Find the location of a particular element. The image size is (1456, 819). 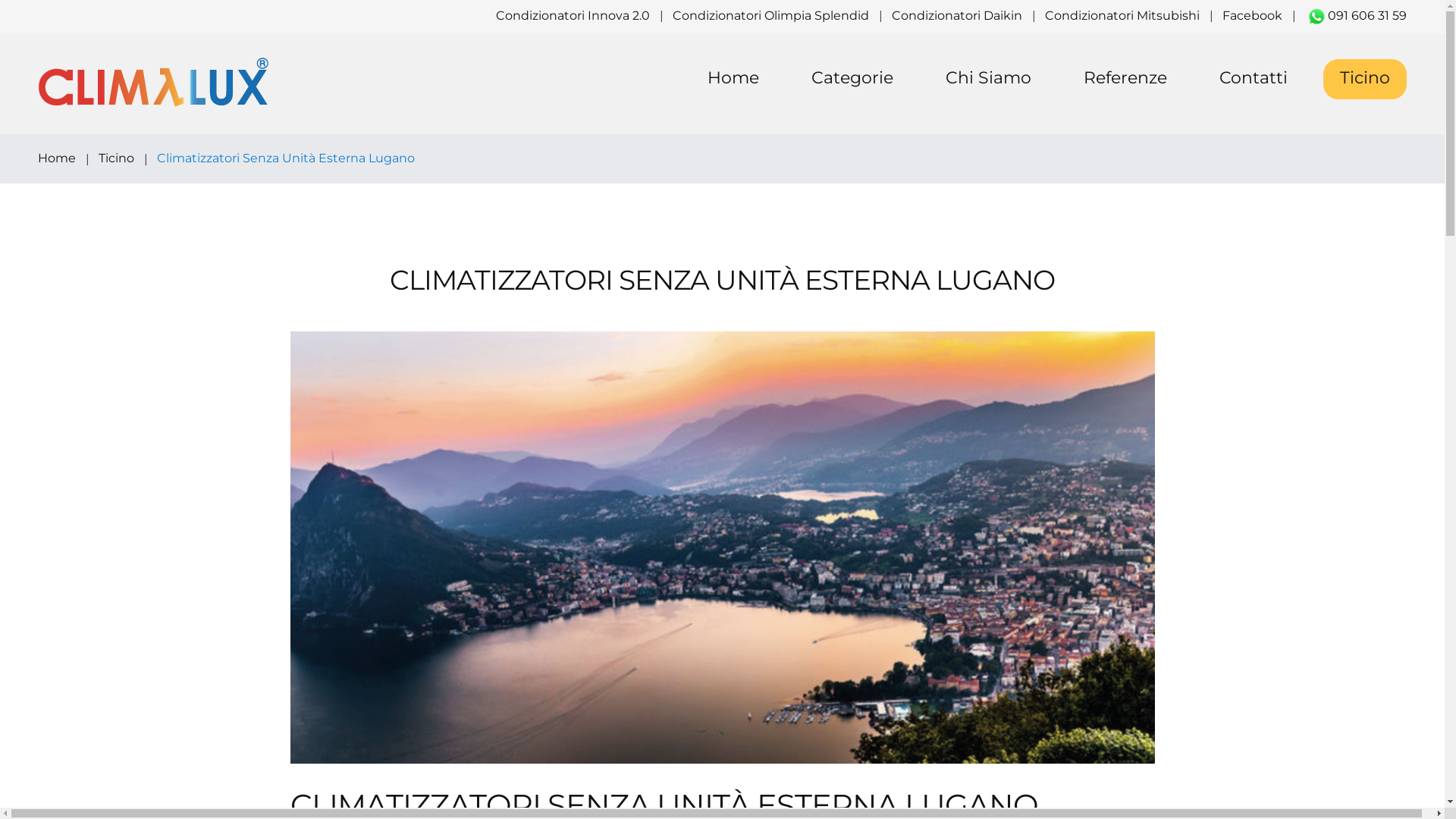

'Facebook' is located at coordinates (1252, 15).